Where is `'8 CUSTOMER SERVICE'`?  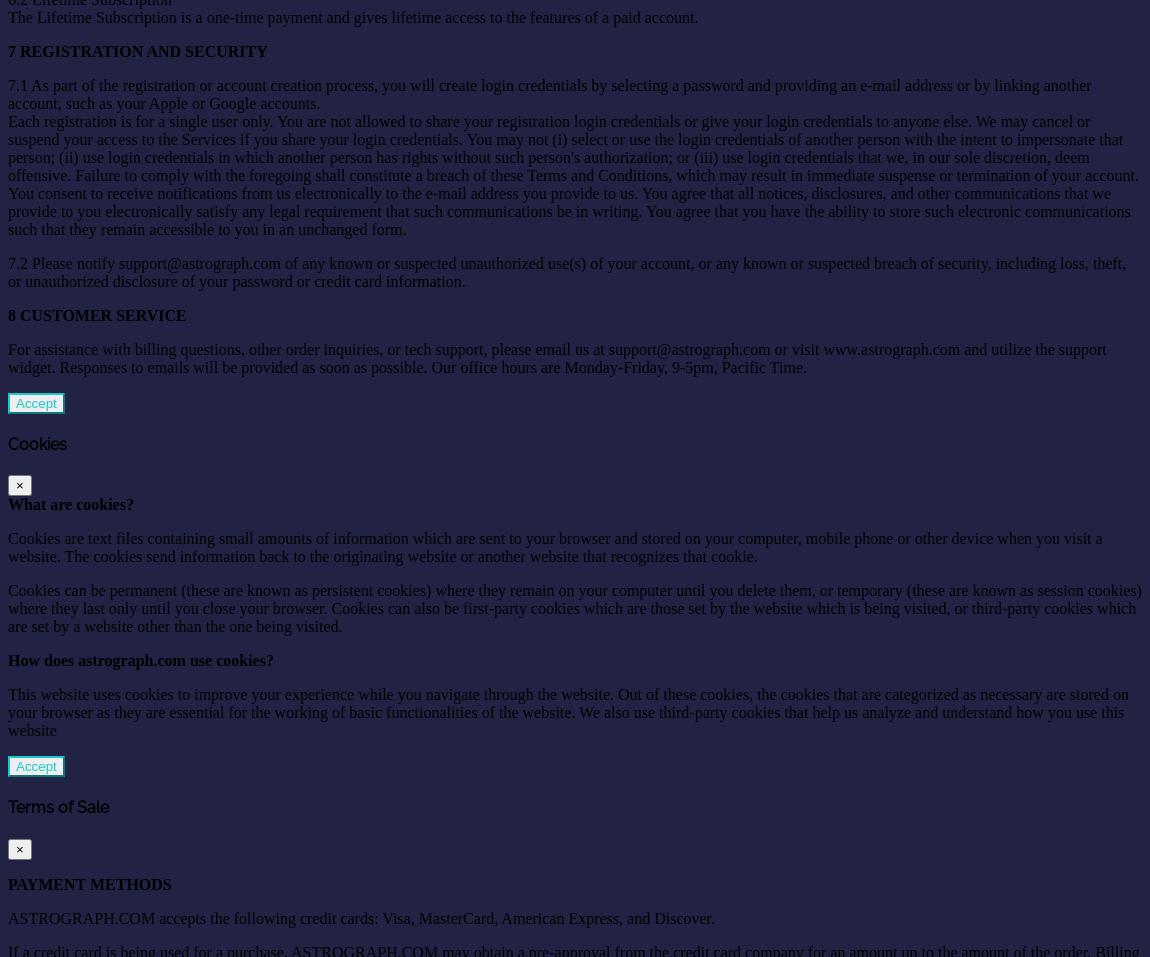 '8 CUSTOMER SERVICE' is located at coordinates (95, 314).